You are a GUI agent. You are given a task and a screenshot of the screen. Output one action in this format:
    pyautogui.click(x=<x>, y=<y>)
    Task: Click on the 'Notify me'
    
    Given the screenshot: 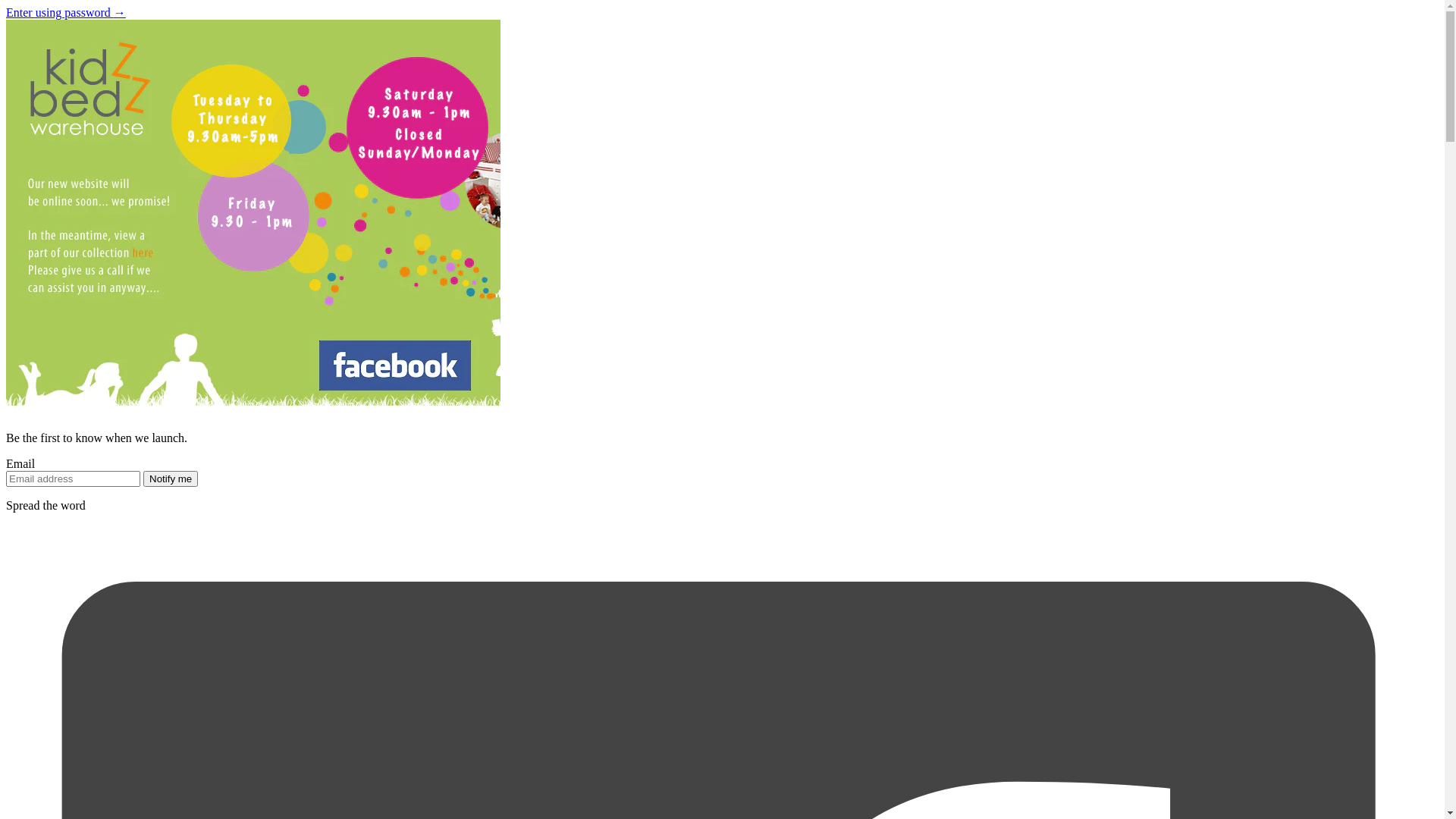 What is the action you would take?
    pyautogui.click(x=171, y=479)
    